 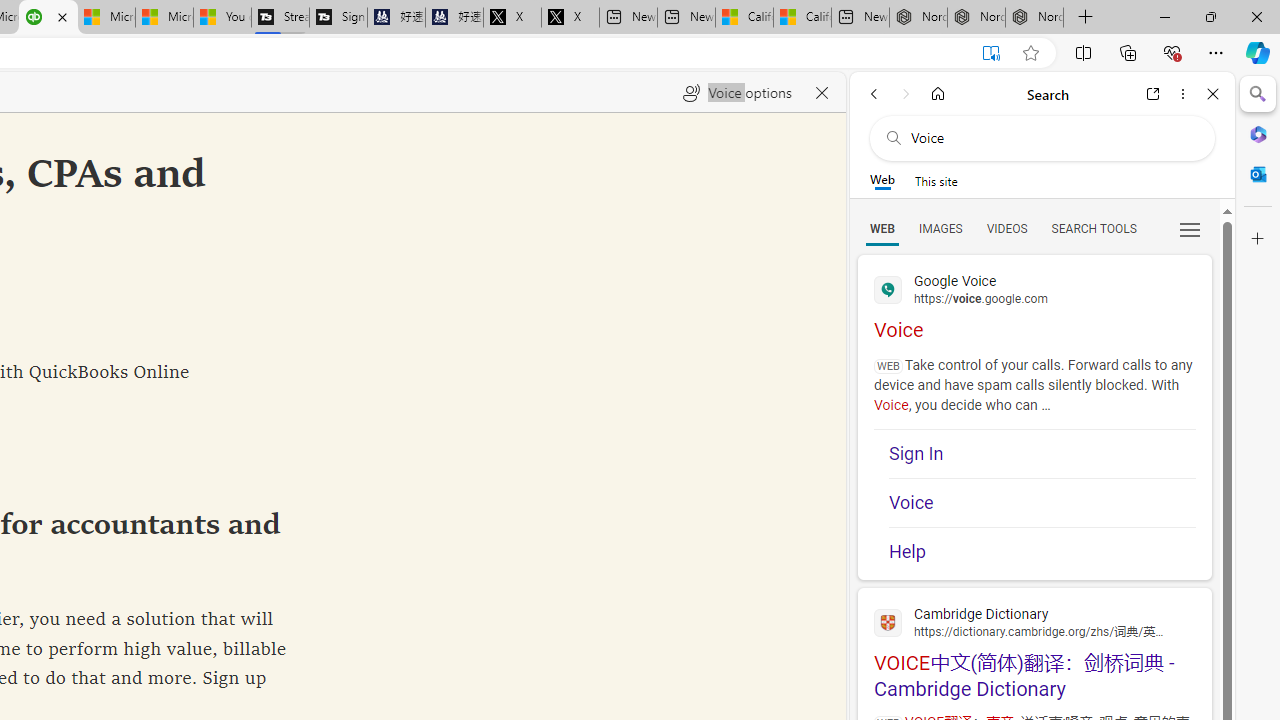 What do you see at coordinates (1257, 133) in the screenshot?
I see `'Microsoft 365'` at bounding box center [1257, 133].